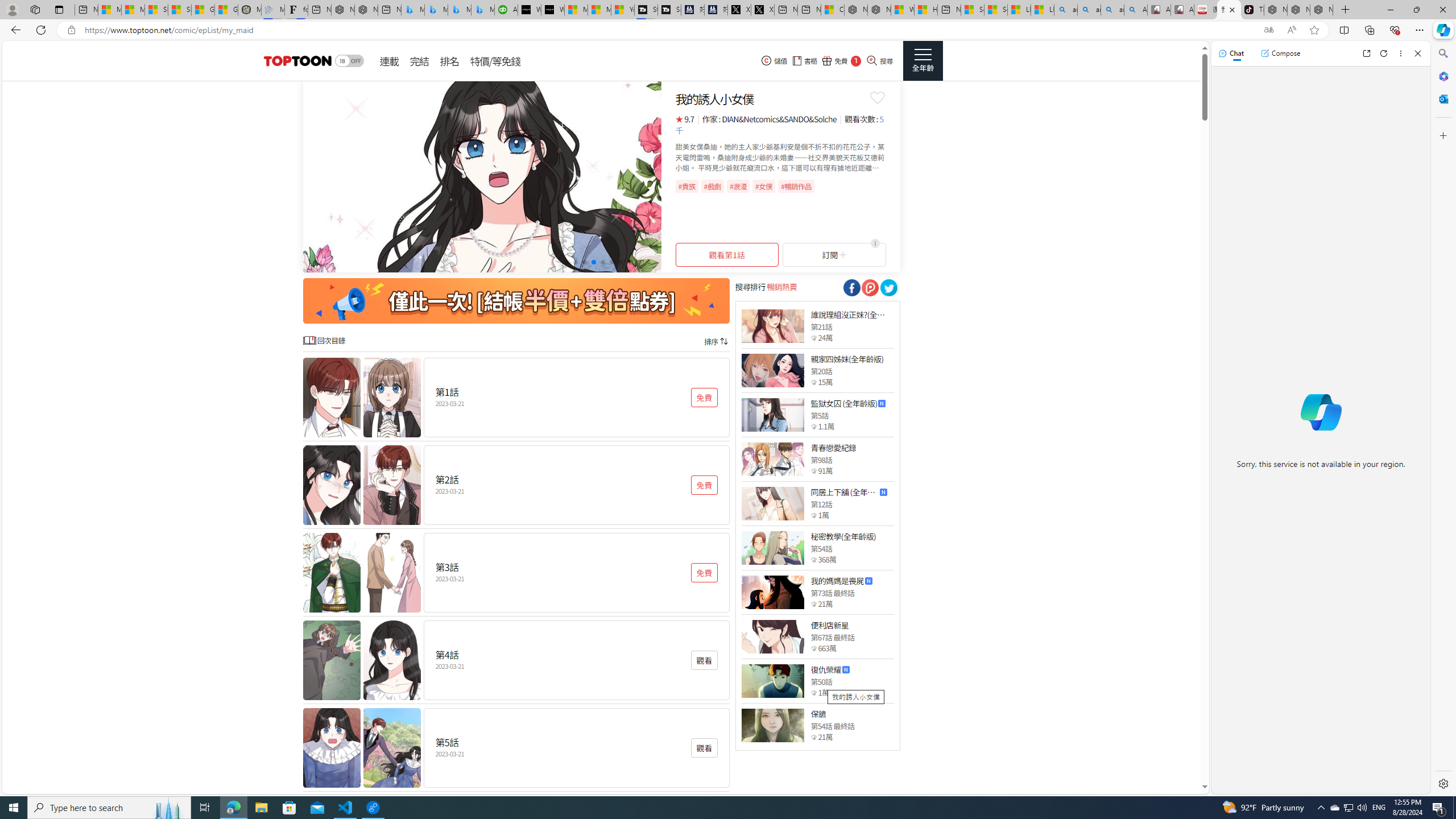 This screenshot has width=1456, height=819. What do you see at coordinates (1321, 9) in the screenshot?
I see `'Nordace - Siena Pro 15 Essential Set'` at bounding box center [1321, 9].